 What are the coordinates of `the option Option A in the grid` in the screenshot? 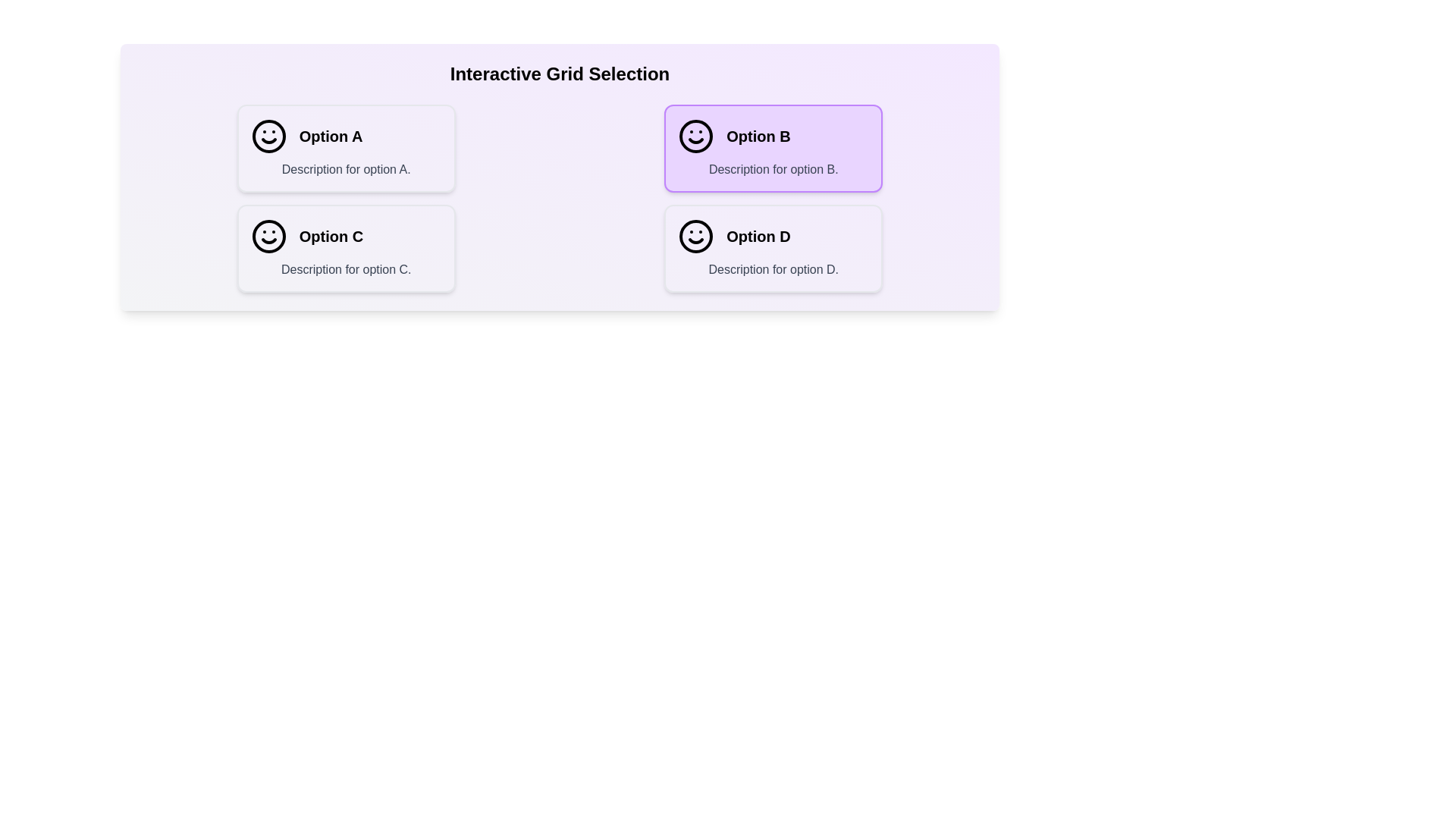 It's located at (345, 149).